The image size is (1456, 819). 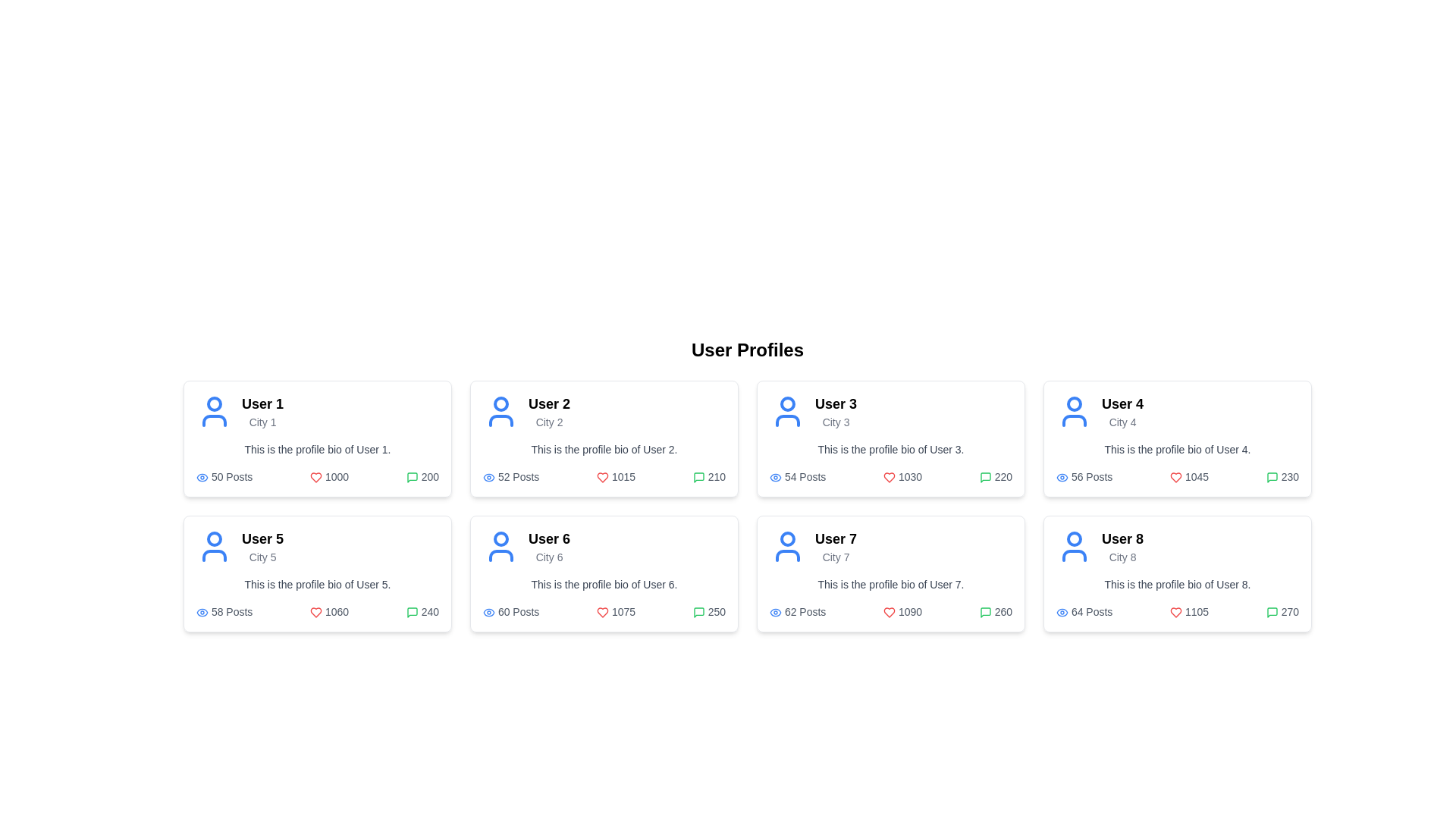 What do you see at coordinates (202, 476) in the screenshot?
I see `the visibility icon in the '50 Posts' section of User 1's profile card, located to the left of the heart icon and above the post count` at bounding box center [202, 476].